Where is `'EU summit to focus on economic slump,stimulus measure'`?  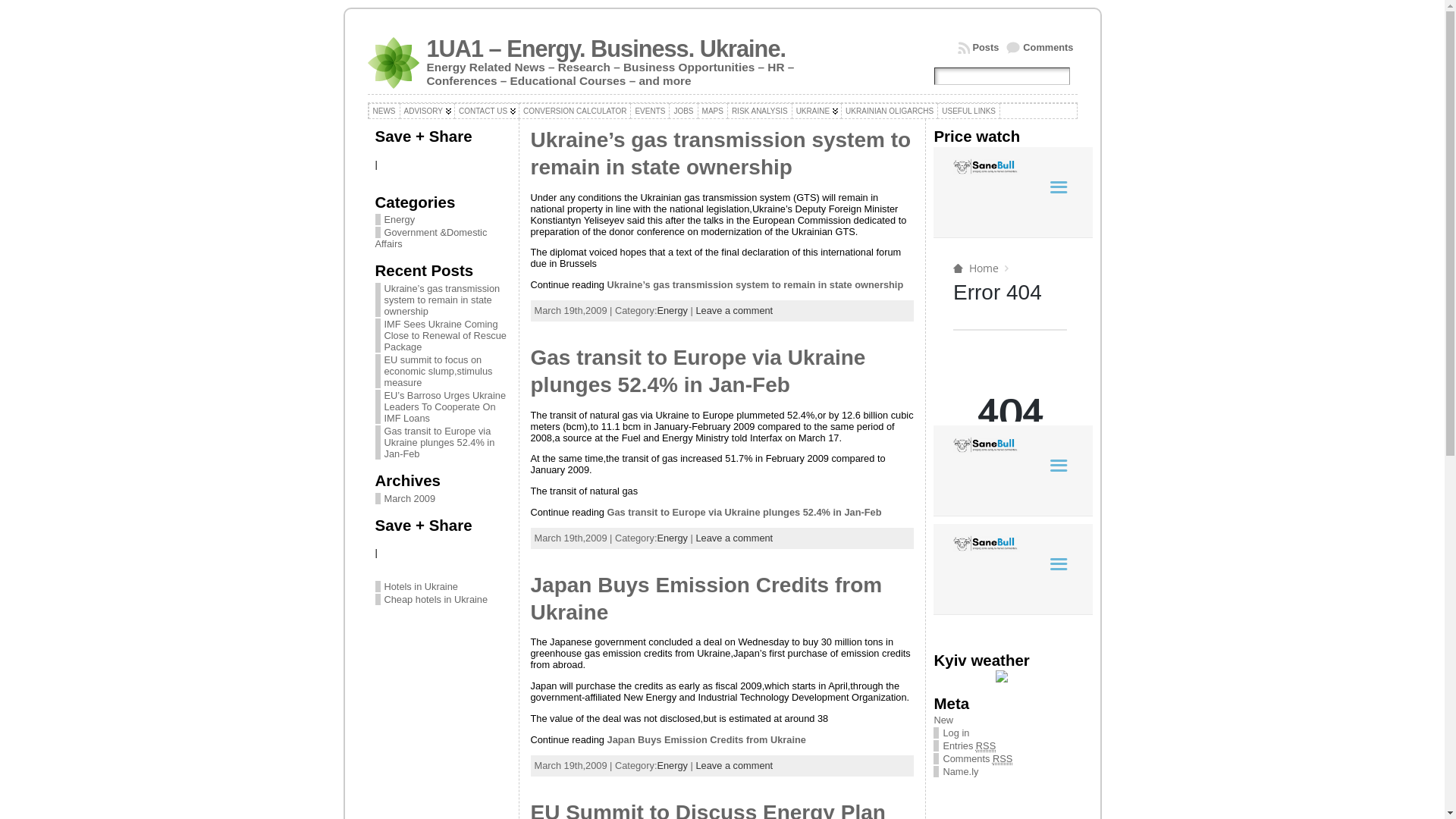
'EU summit to focus on economic slump,stimulus measure' is located at coordinates (437, 371).